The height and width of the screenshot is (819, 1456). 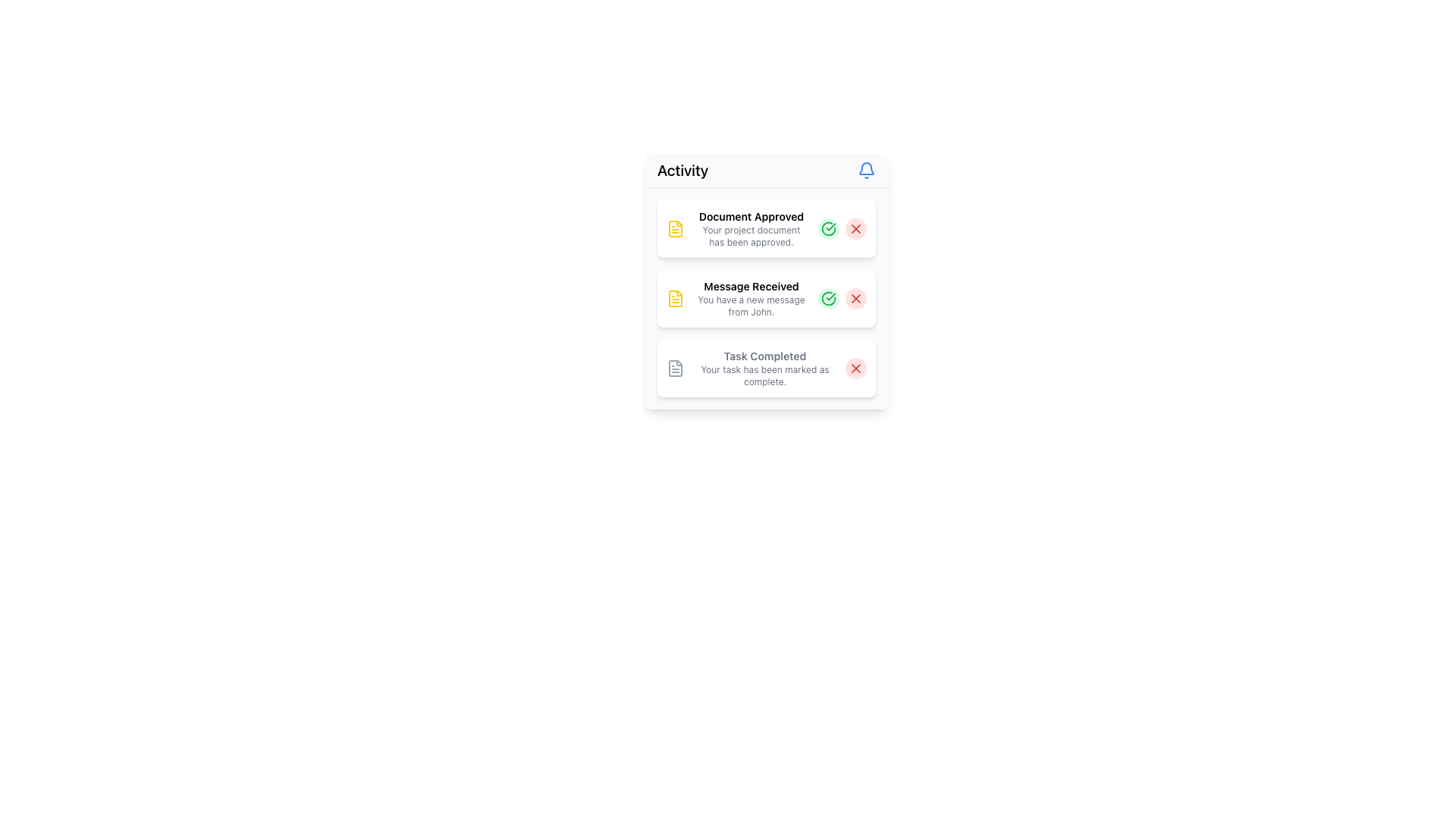 What do you see at coordinates (751, 298) in the screenshot?
I see `the text label that displays 'Message Received' in the notifications list within the 'Activity' card` at bounding box center [751, 298].